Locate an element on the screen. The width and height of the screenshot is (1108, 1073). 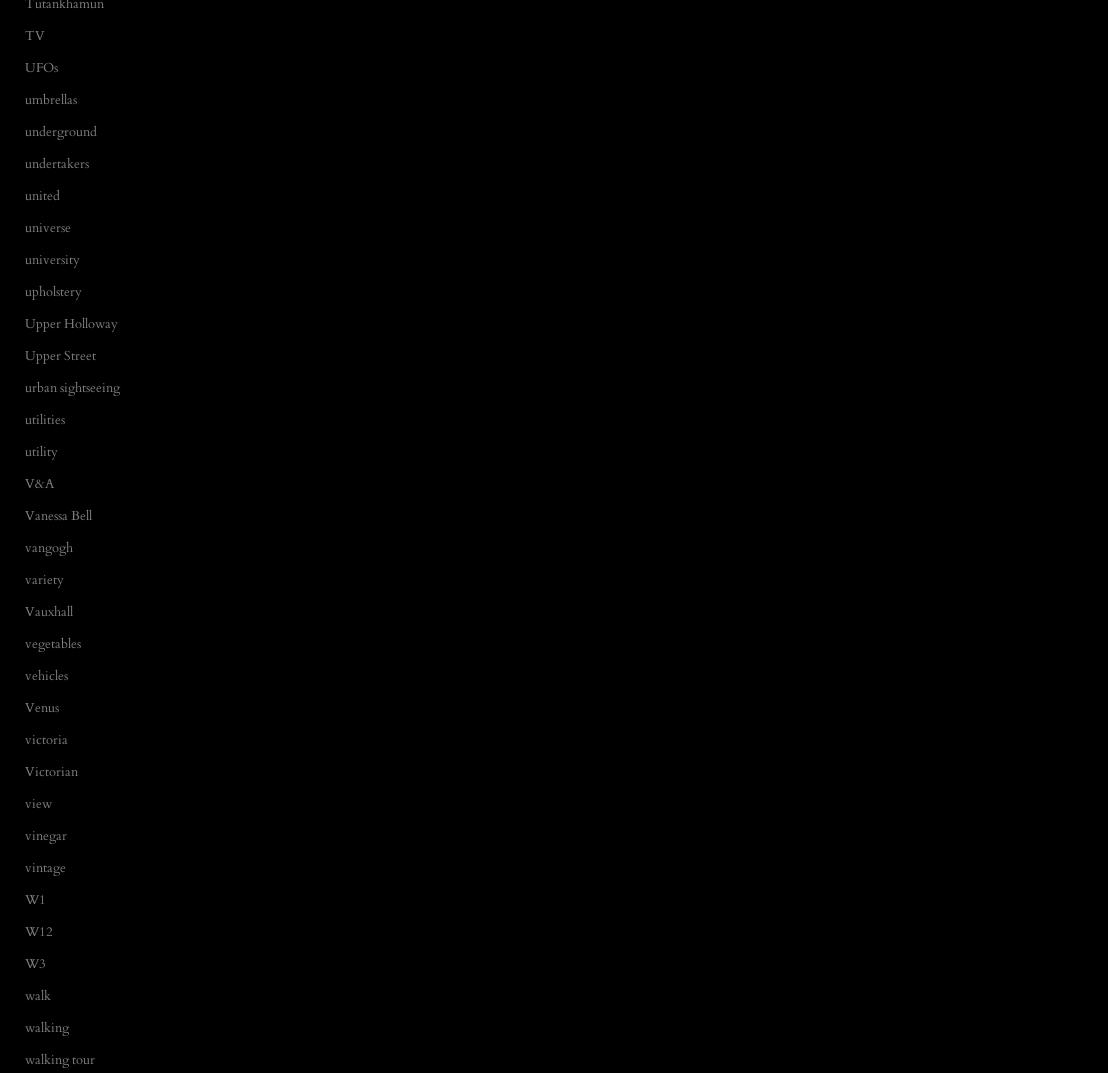
'Vanessa Bell' is located at coordinates (57, 514).